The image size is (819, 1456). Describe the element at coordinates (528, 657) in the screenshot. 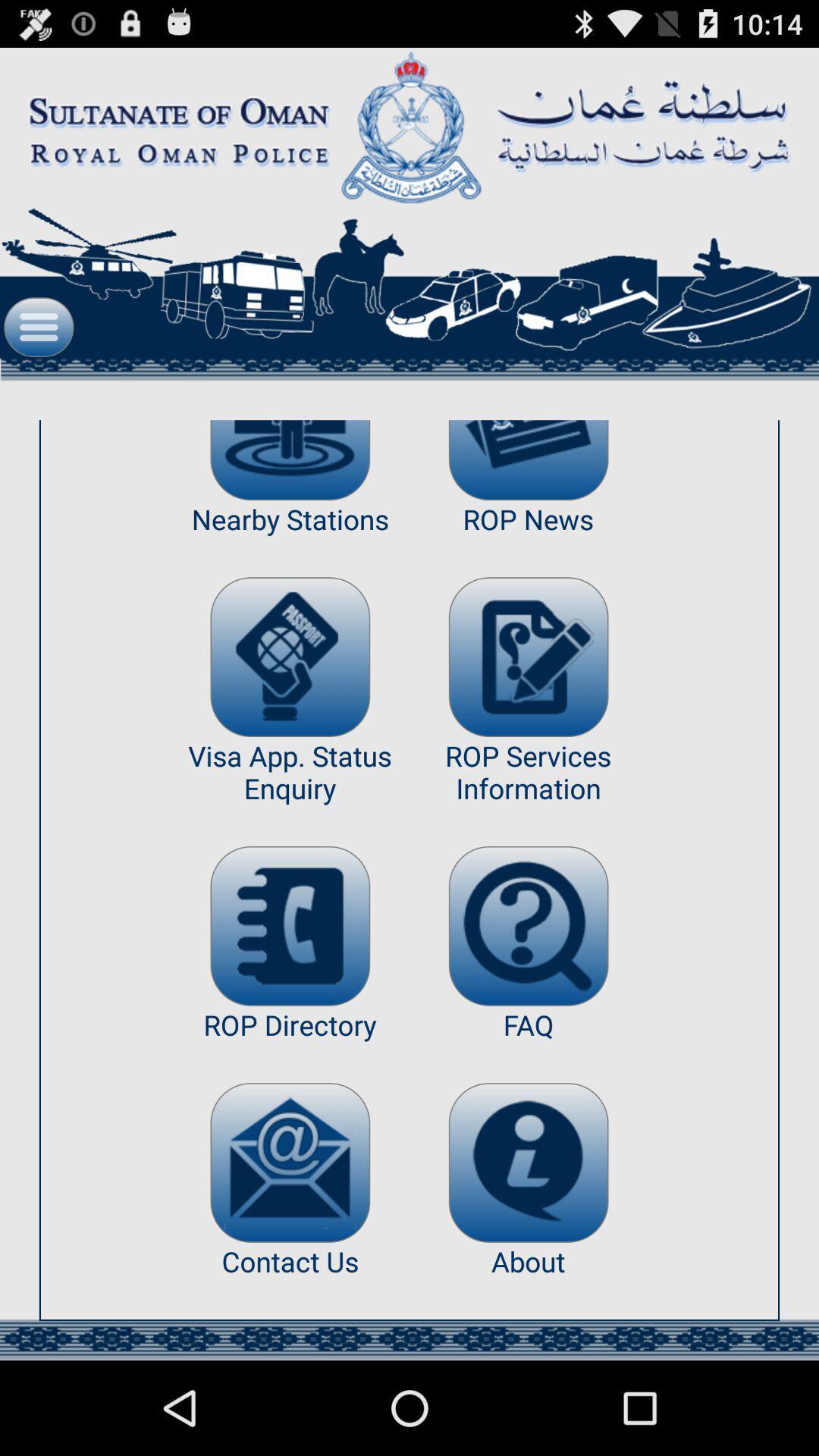

I see `rop services` at that location.